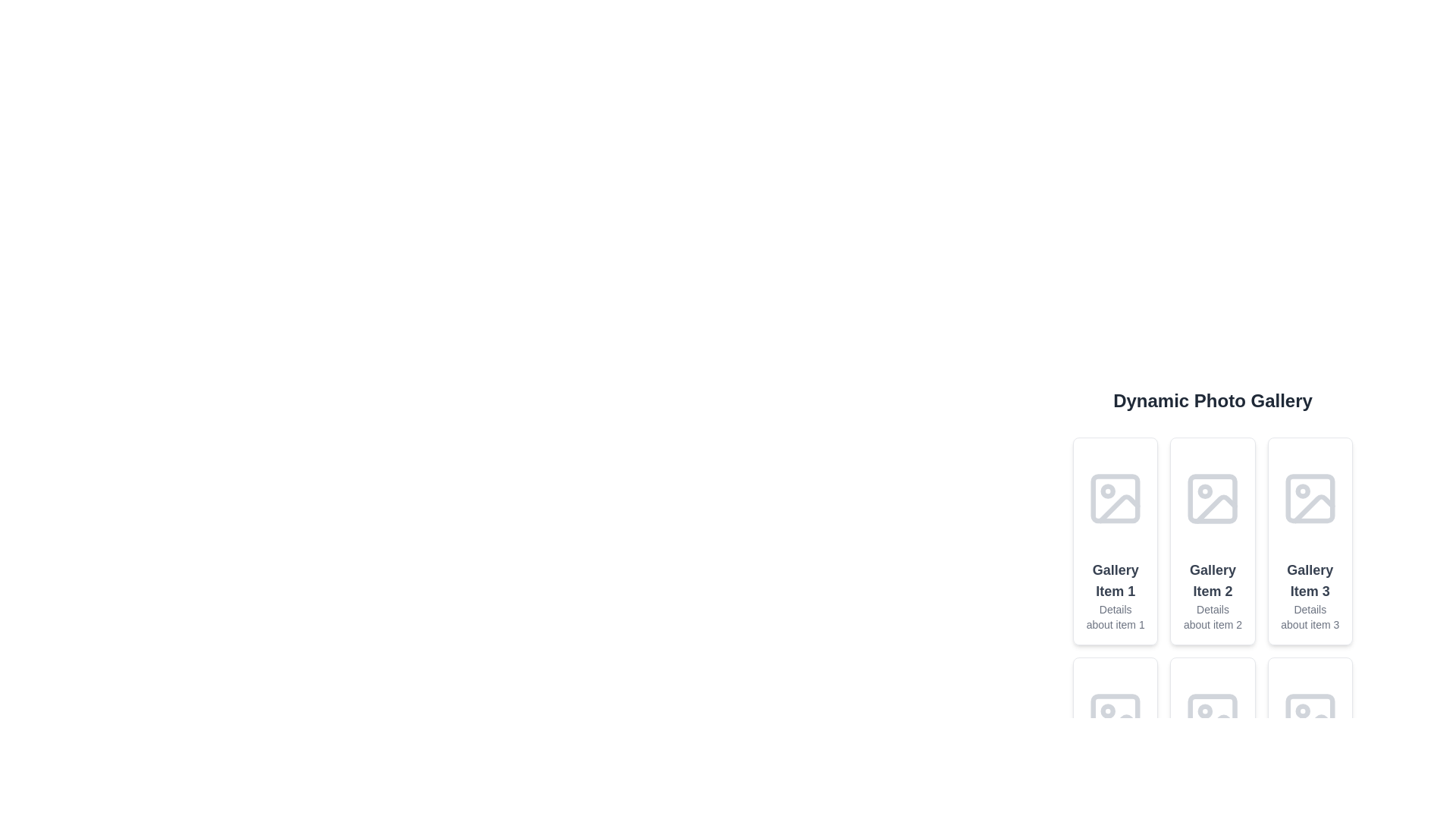 This screenshot has width=1456, height=819. Describe the element at coordinates (1116, 617) in the screenshot. I see `the descriptive text element located at the bottom of the first column in the gallery section, which provides additional information about the associated item` at that location.